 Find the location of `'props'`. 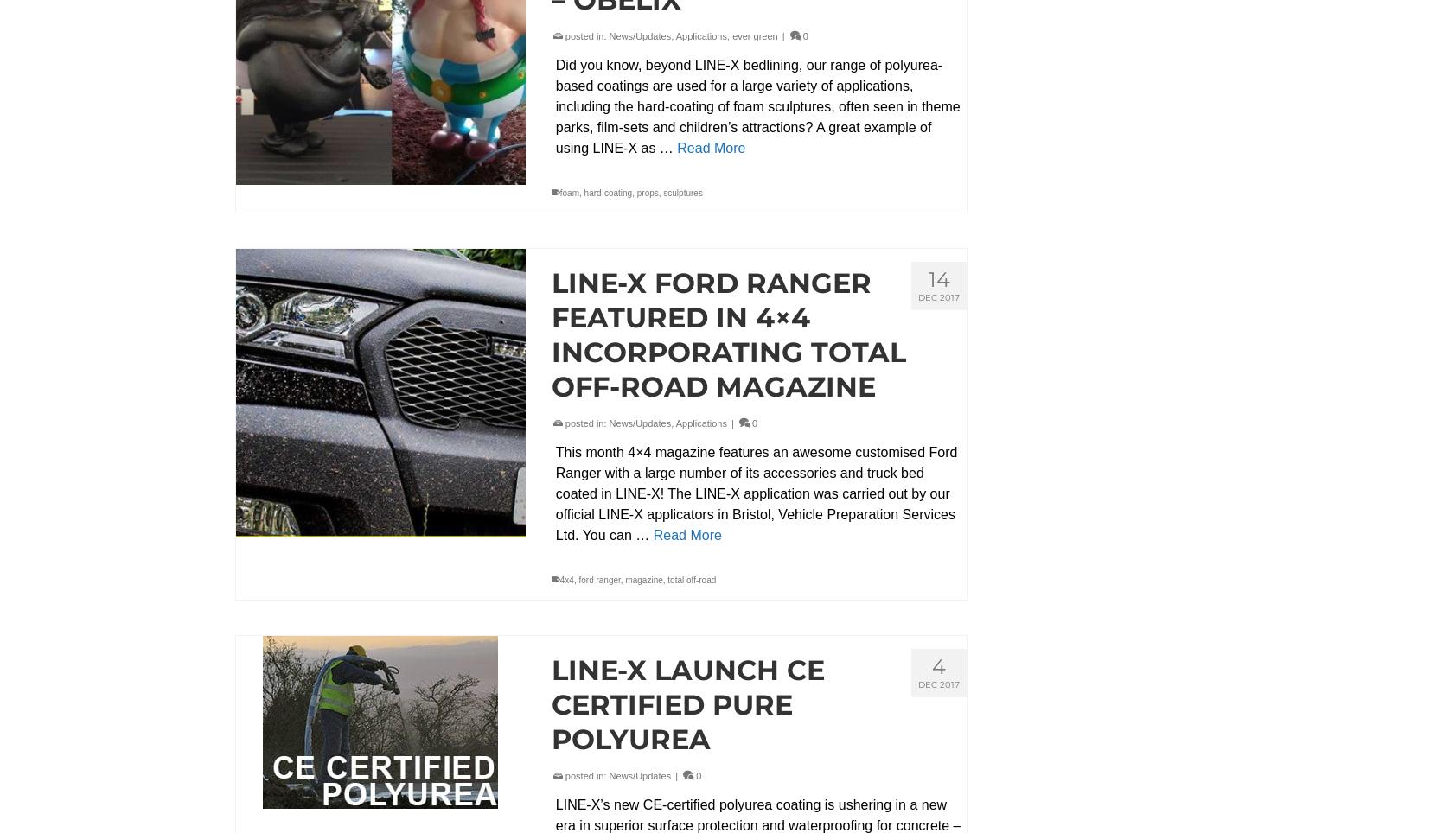

'props' is located at coordinates (647, 192).